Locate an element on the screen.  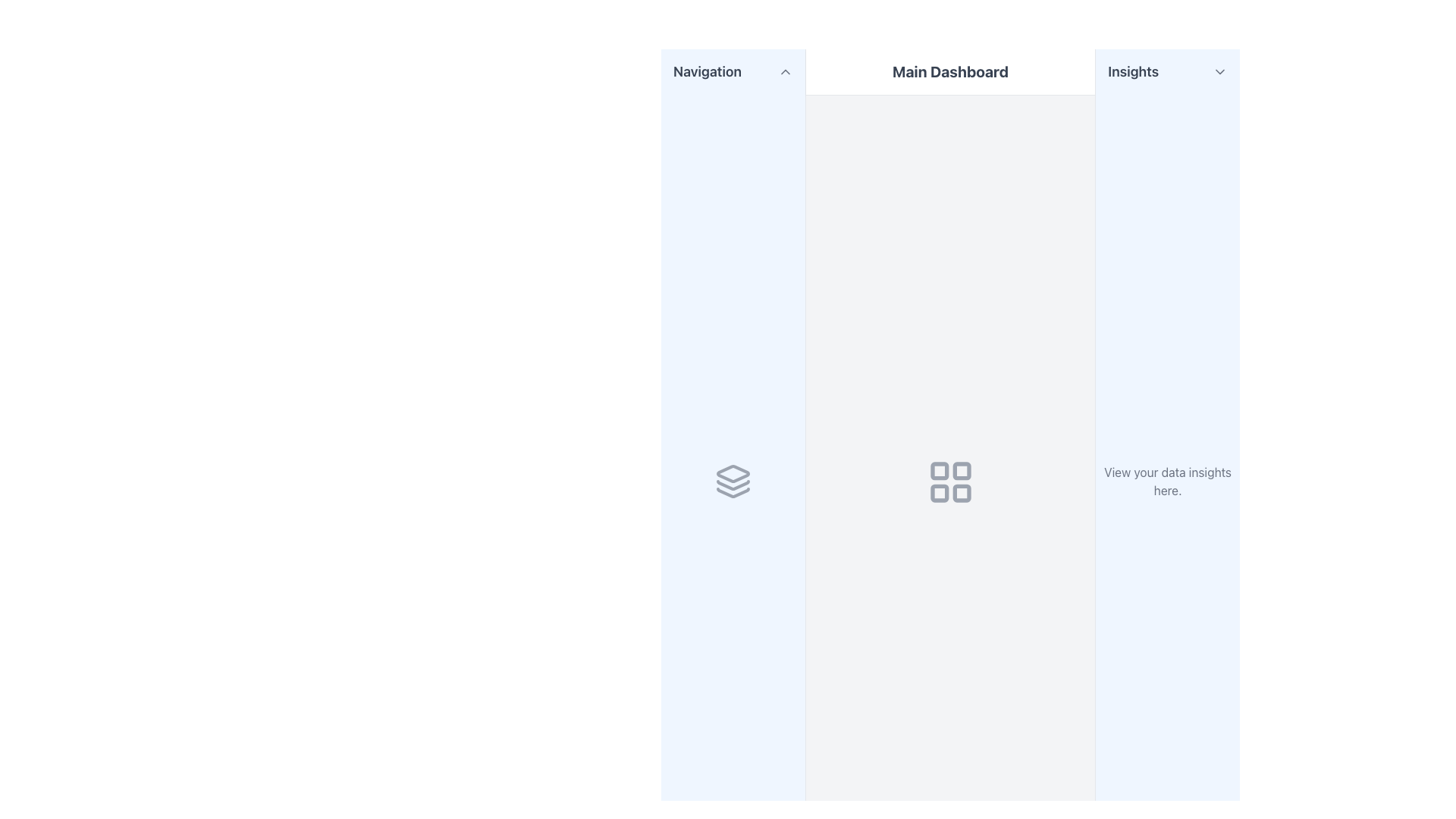
the 'Main Dashboard' text label located at the top center of the interface is located at coordinates (949, 72).